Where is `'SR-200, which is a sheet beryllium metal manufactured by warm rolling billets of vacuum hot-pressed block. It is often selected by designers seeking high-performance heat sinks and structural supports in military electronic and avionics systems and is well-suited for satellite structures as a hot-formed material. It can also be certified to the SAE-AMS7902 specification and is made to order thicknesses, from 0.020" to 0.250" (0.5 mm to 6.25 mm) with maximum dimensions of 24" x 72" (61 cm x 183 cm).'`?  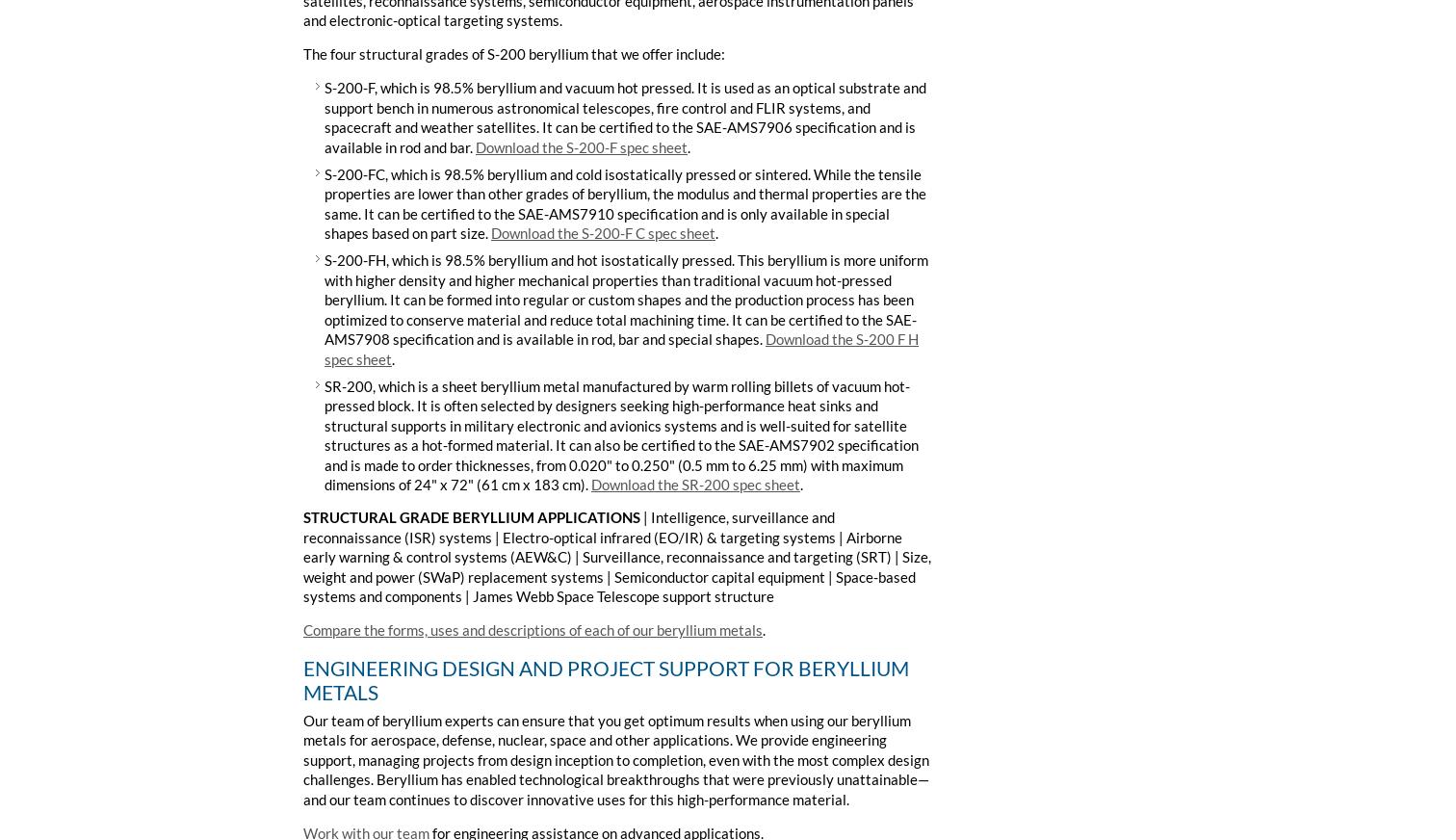 'SR-200, which is a sheet beryllium metal manufactured by warm rolling billets of vacuum hot-pressed block. It is often selected by designers seeking high-performance heat sinks and structural supports in military electronic and avionics systems and is well-suited for satellite structures as a hot-formed material. It can also be certified to the SAE-AMS7902 specification and is made to order thicknesses, from 0.020" to 0.250" (0.5 mm to 6.25 mm) with maximum dimensions of 24" x 72" (61 cm x 183 cm).' is located at coordinates (621, 433).